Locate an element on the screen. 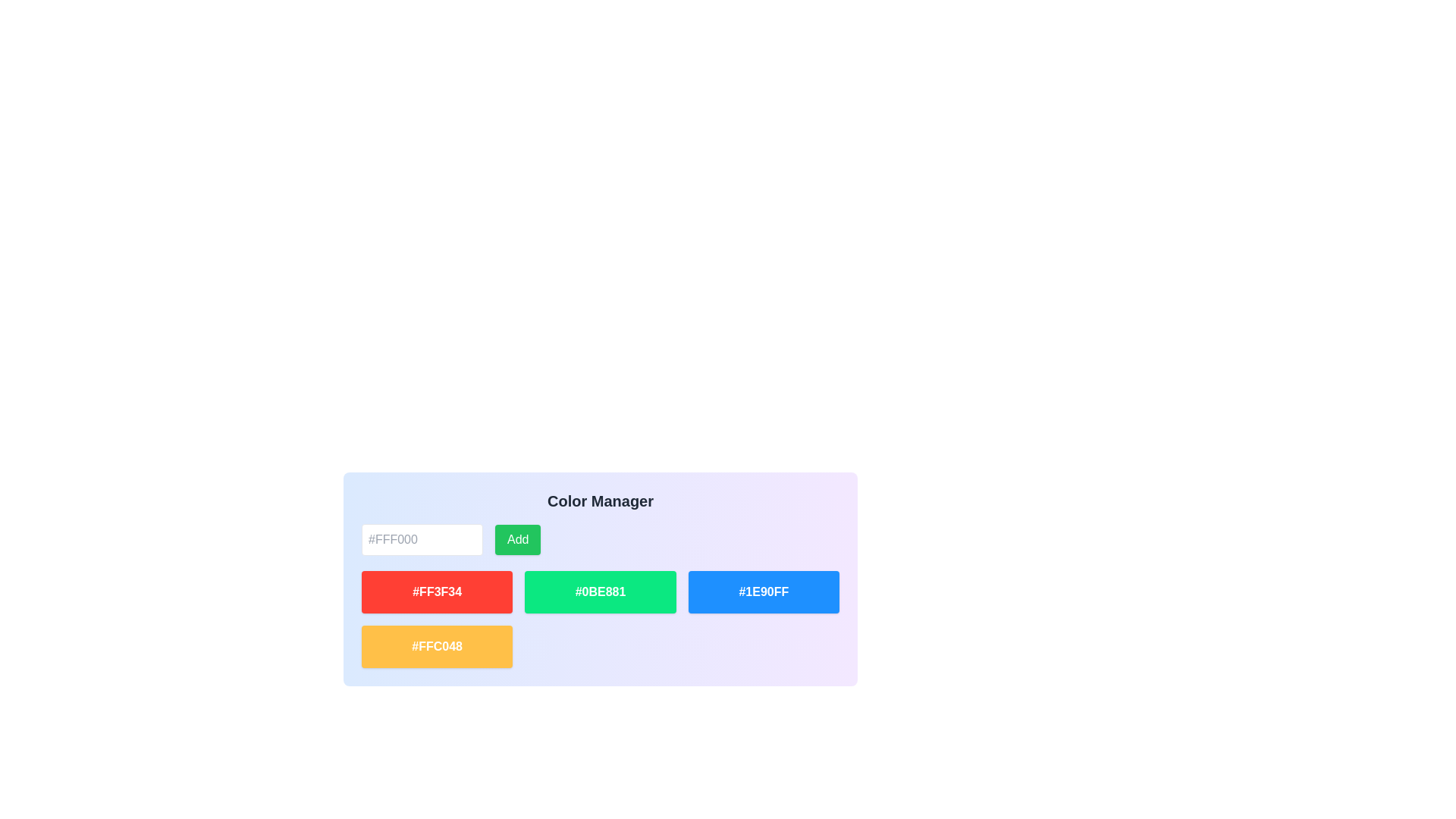 The height and width of the screenshot is (819, 1456). the bright green Color Display Swatch labeled '#0BE881' located under the 'Color Manager' title, specifically the second swatch in the middle row is located at coordinates (600, 581).